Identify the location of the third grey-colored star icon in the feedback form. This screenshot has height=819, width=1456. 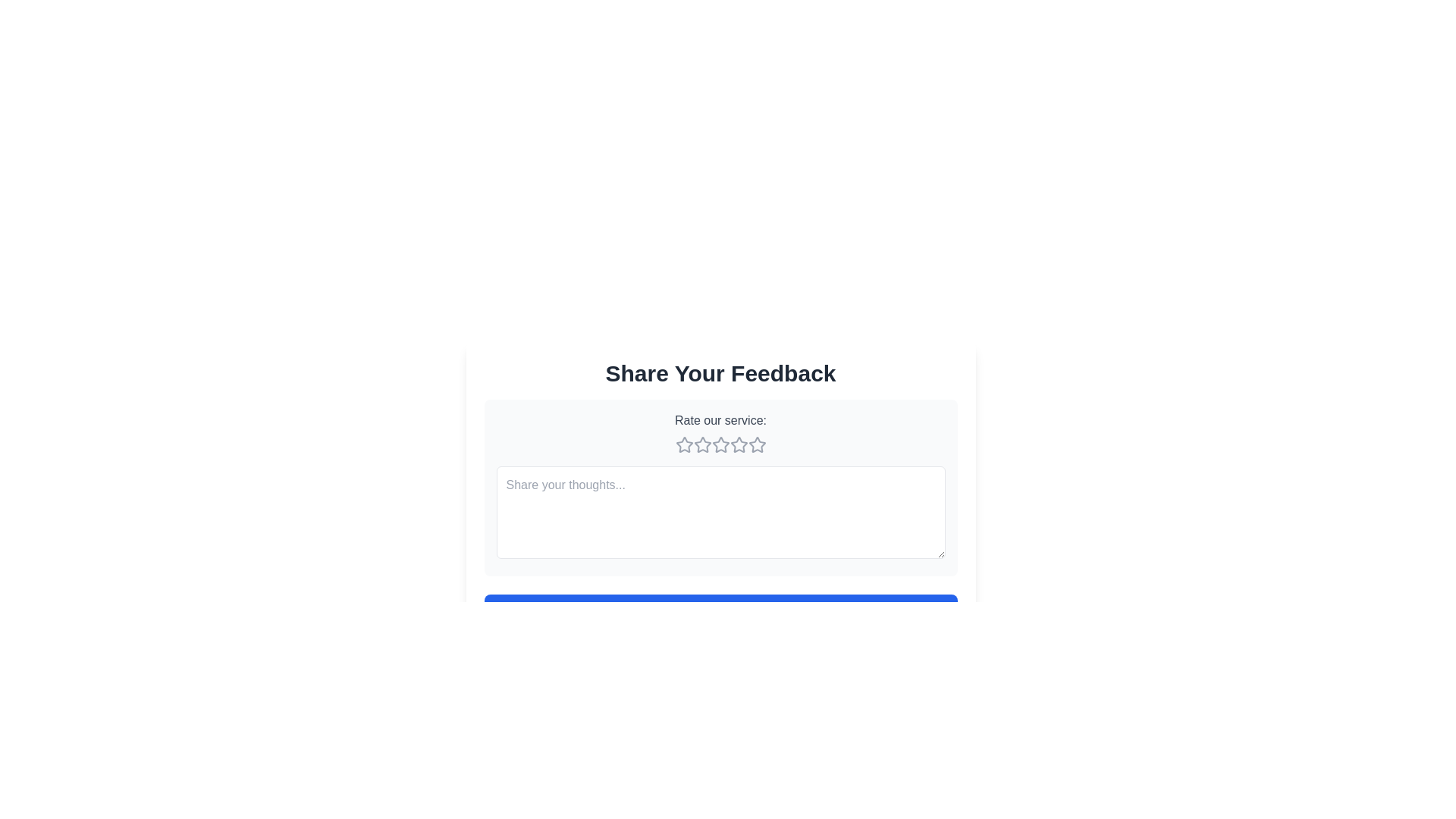
(701, 444).